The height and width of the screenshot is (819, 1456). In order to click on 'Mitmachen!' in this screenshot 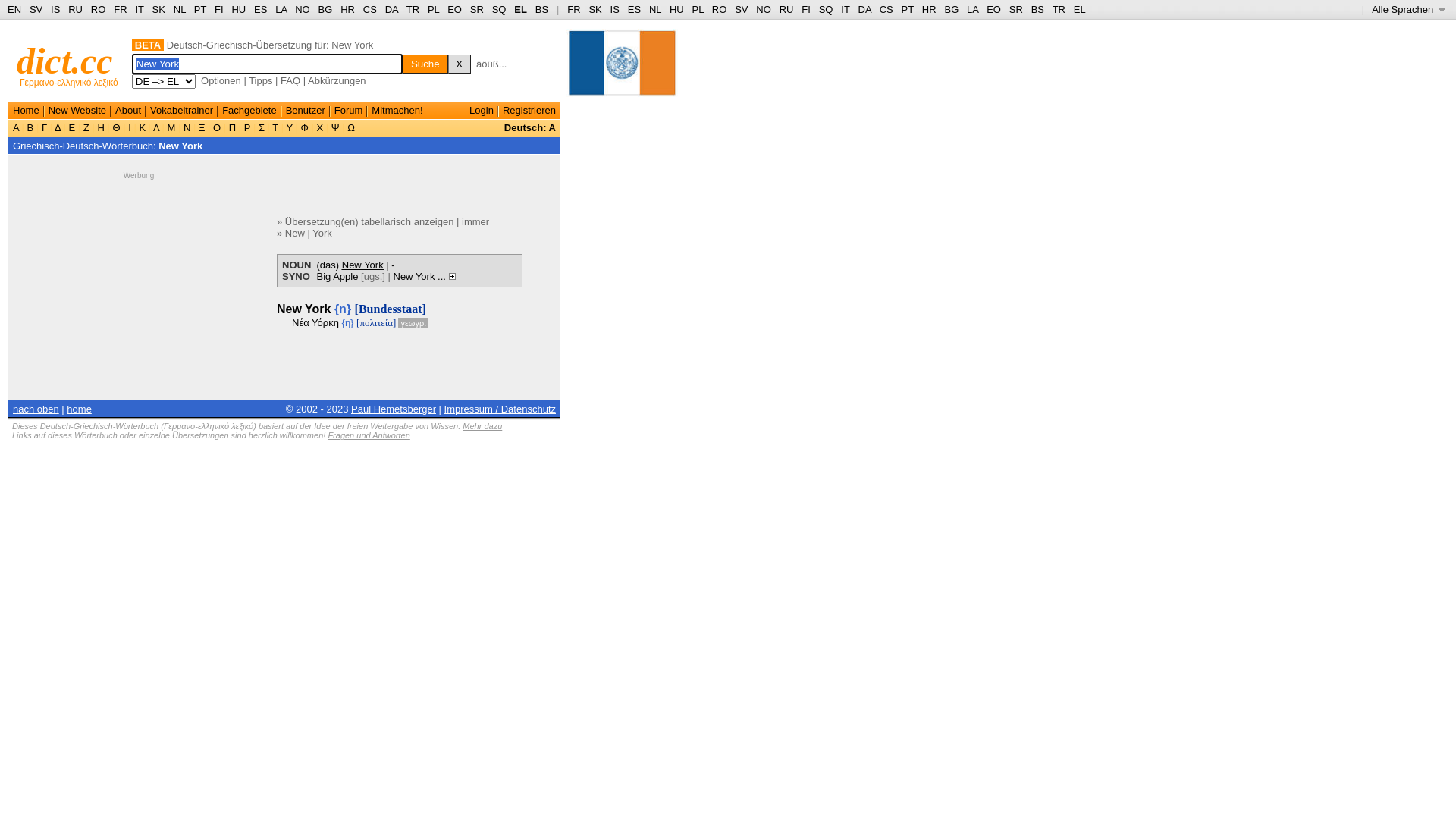, I will do `click(371, 109)`.